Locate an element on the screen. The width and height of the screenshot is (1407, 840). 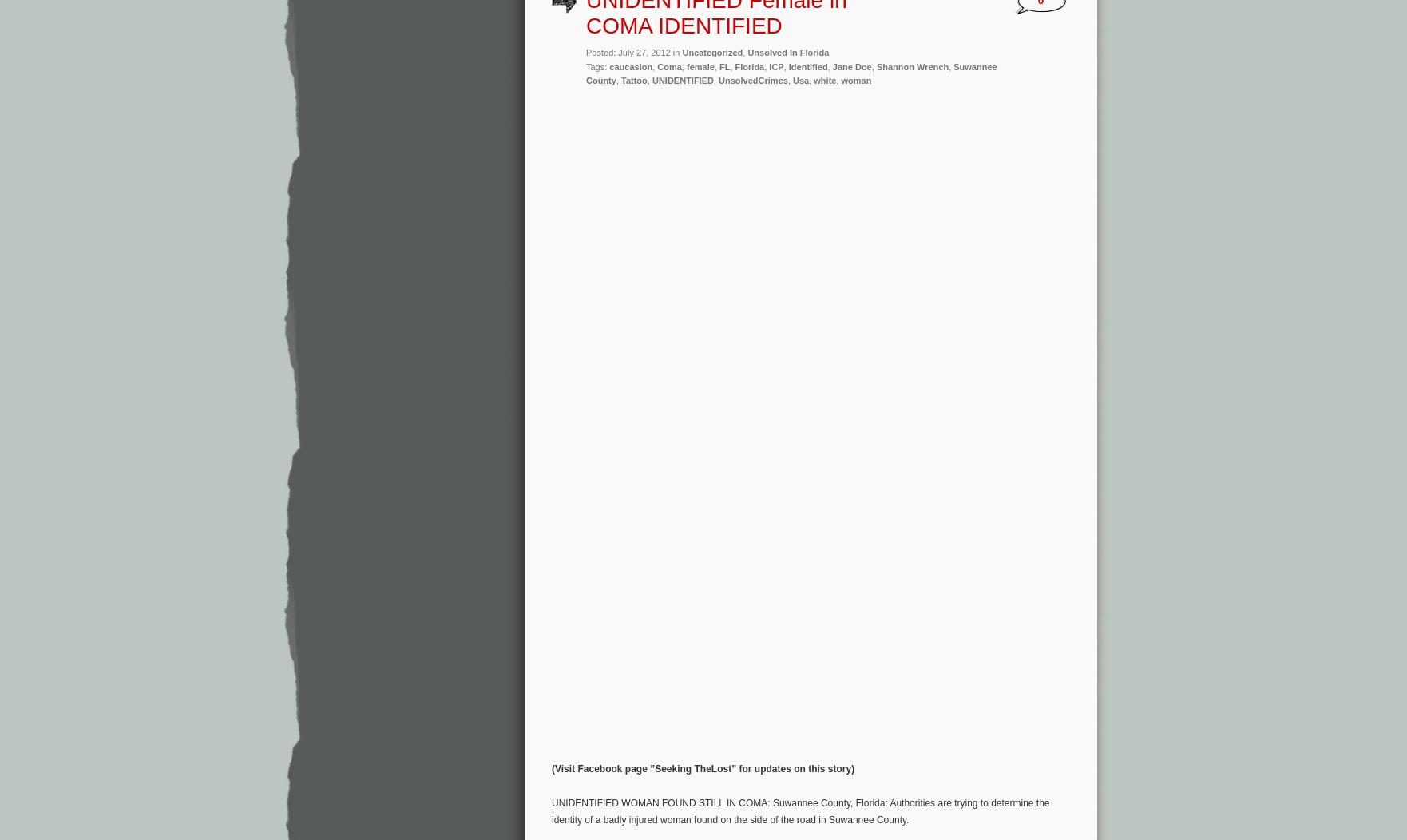
'woman' is located at coordinates (856, 80).